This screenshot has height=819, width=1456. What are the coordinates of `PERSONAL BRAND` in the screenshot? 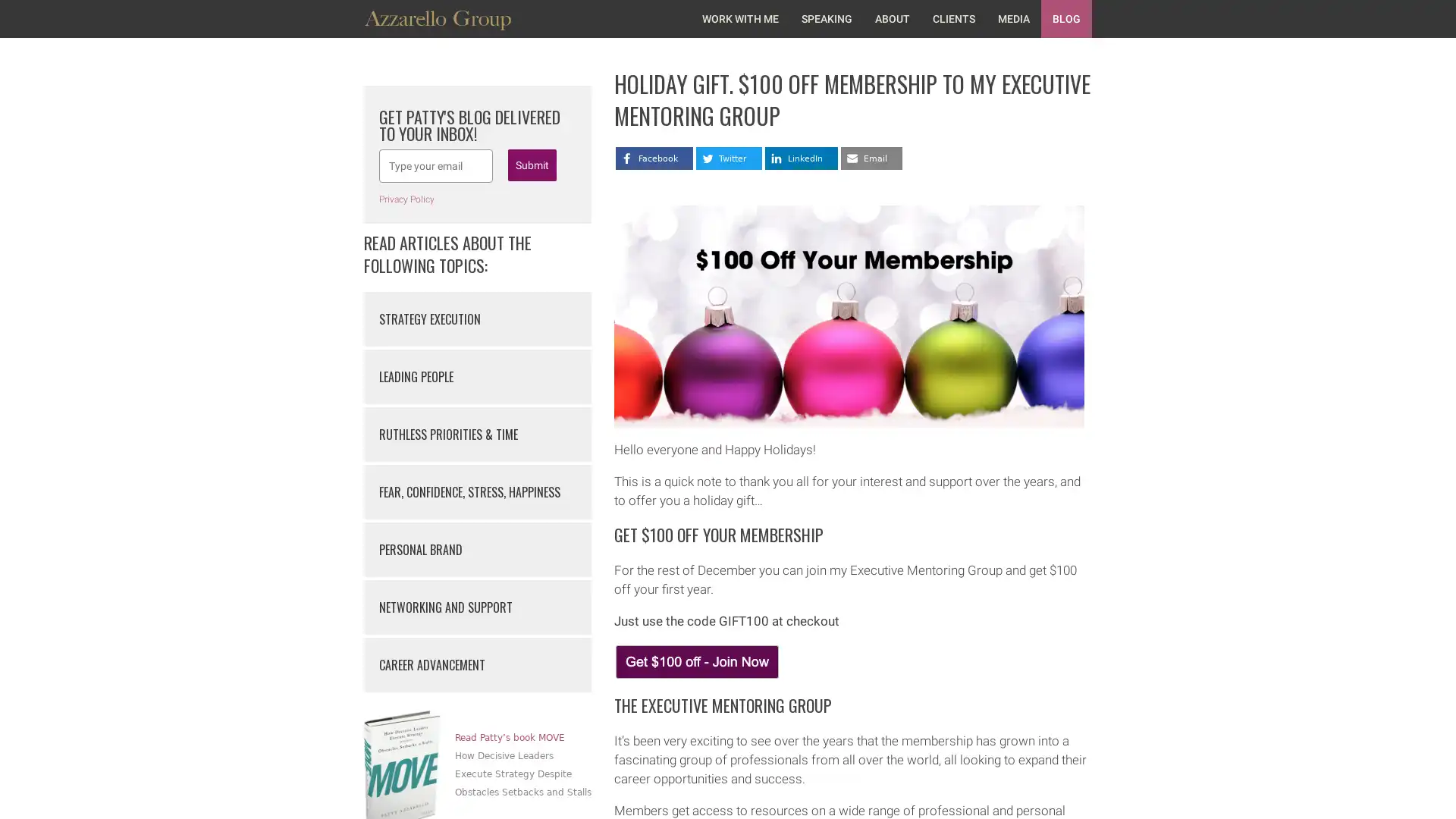 It's located at (476, 550).